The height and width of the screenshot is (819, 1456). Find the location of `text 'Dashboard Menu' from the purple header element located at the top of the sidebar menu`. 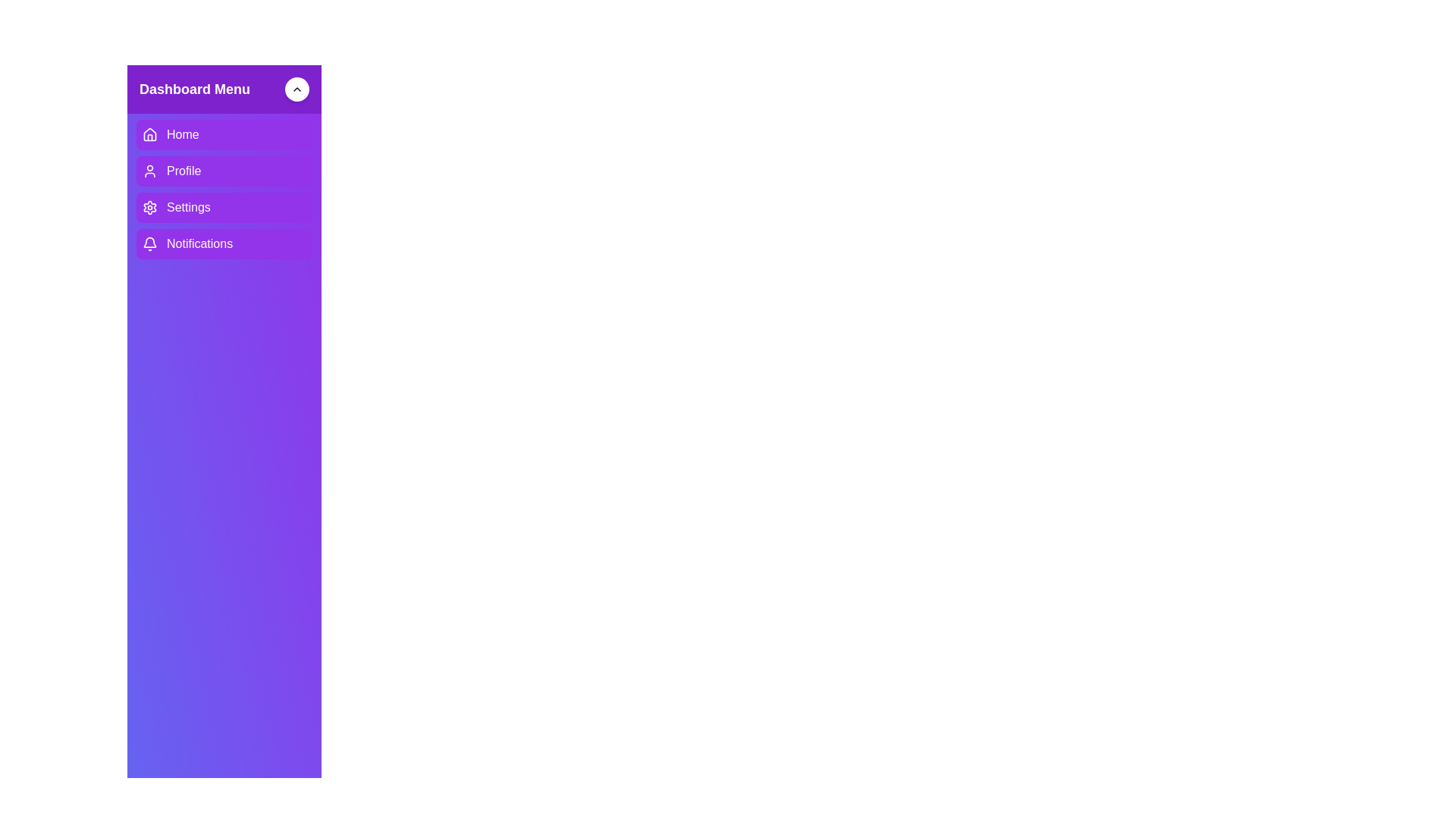

text 'Dashboard Menu' from the purple header element located at the top of the sidebar menu is located at coordinates (224, 89).